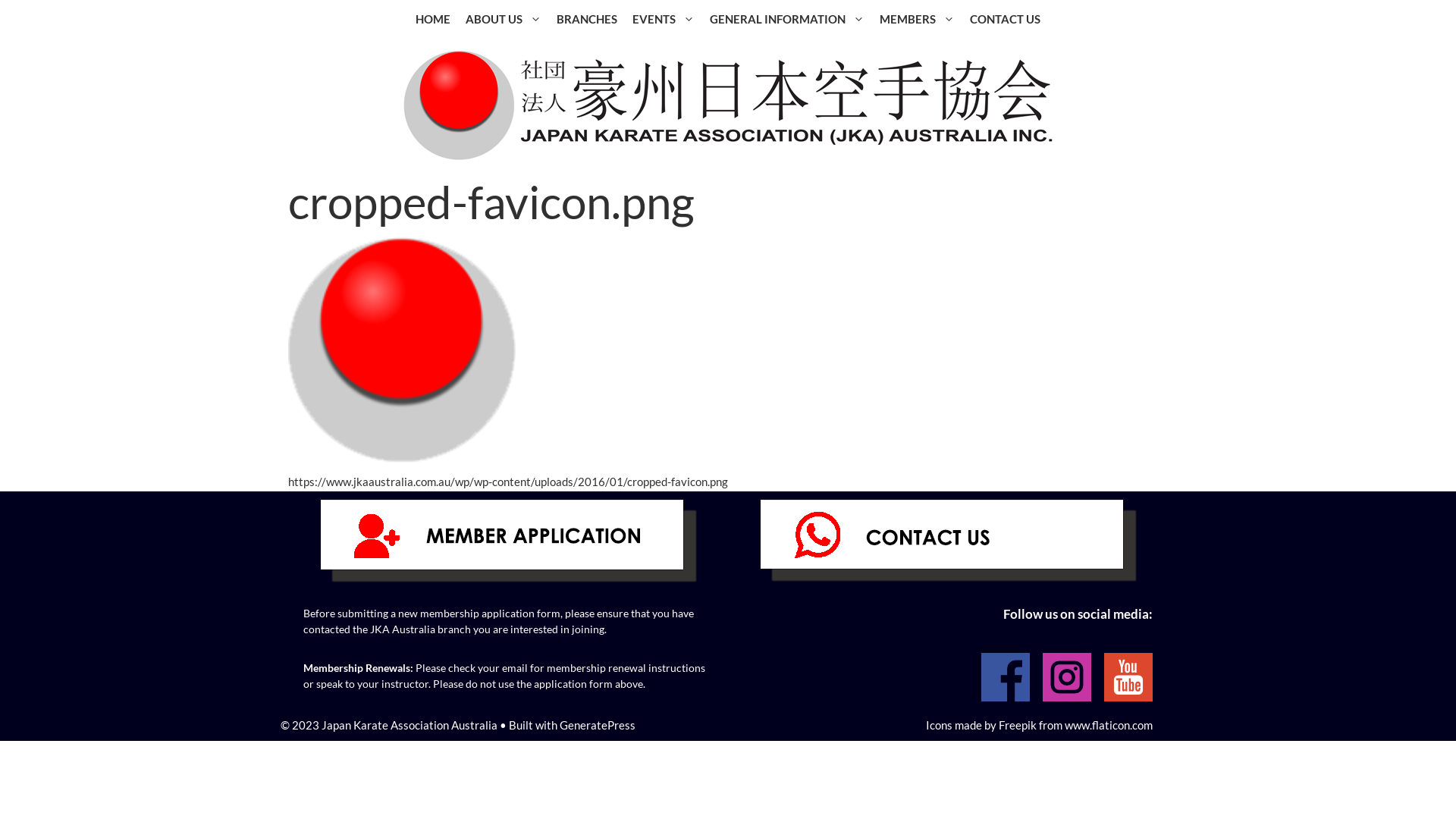 This screenshot has height=819, width=1456. What do you see at coordinates (916, 18) in the screenshot?
I see `'MEMBERS'` at bounding box center [916, 18].